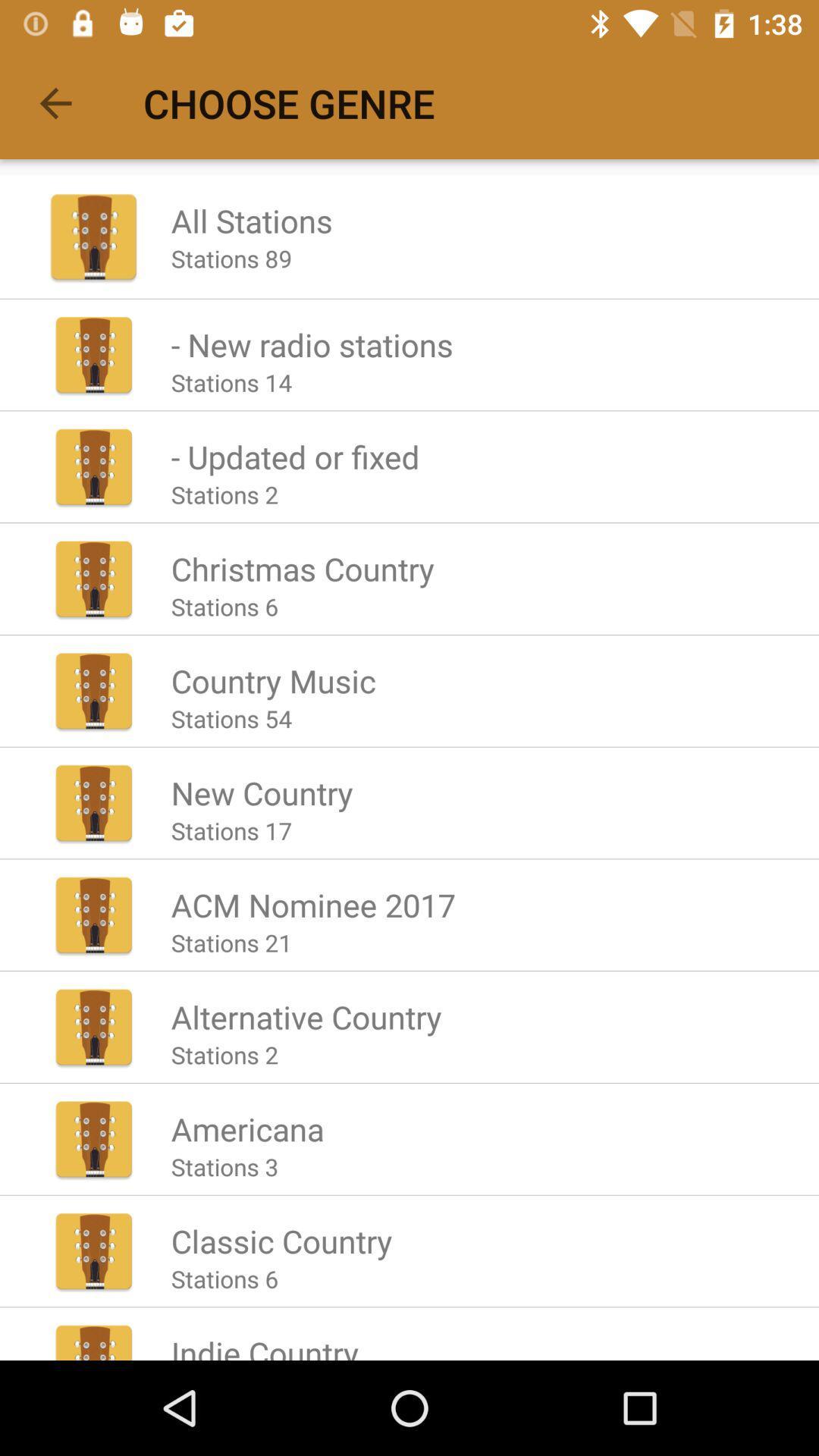 Image resolution: width=819 pixels, height=1456 pixels. What do you see at coordinates (55, 102) in the screenshot?
I see `icon next to the choose genre` at bounding box center [55, 102].